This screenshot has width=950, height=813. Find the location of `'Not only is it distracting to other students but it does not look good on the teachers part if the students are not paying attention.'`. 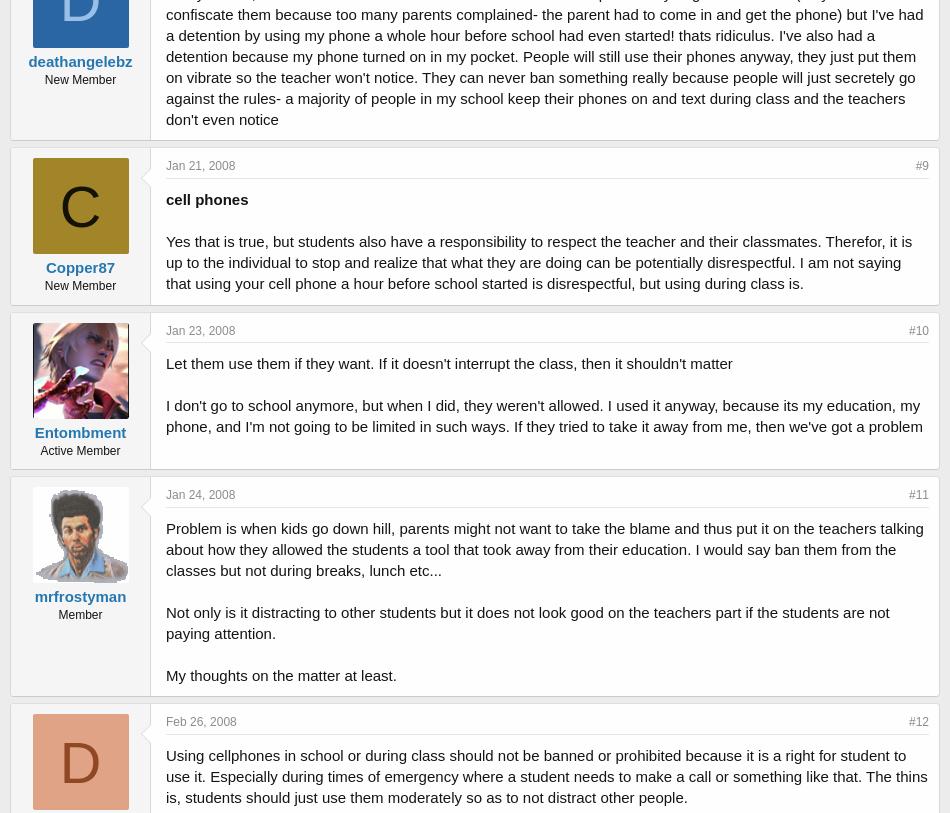

'Not only is it distracting to other students but it does not look good on the teachers part if the students are not paying attention.' is located at coordinates (527, 623).